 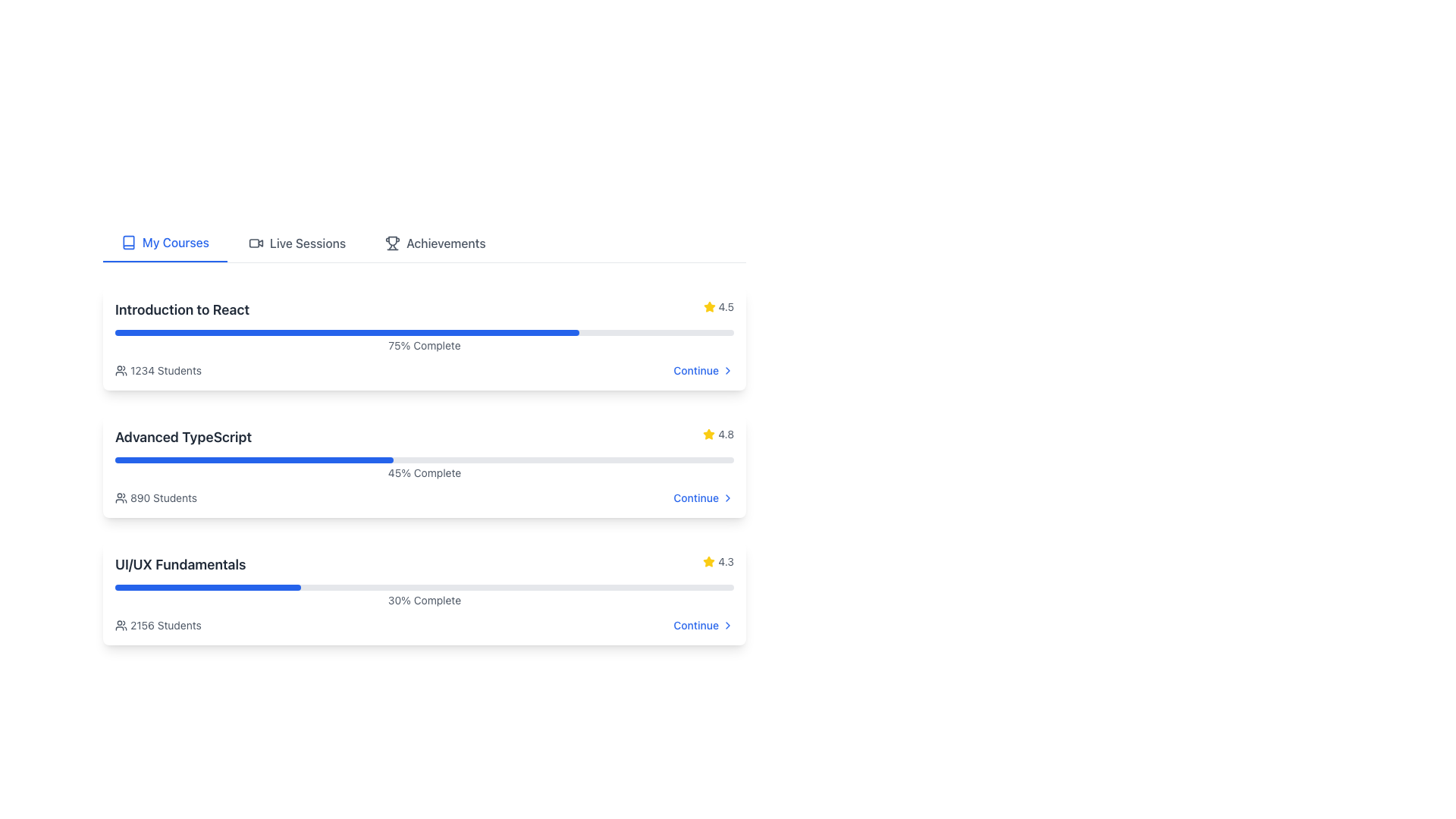 What do you see at coordinates (307, 242) in the screenshot?
I see `the 'Live Sessions' text label within the navigation bar` at bounding box center [307, 242].